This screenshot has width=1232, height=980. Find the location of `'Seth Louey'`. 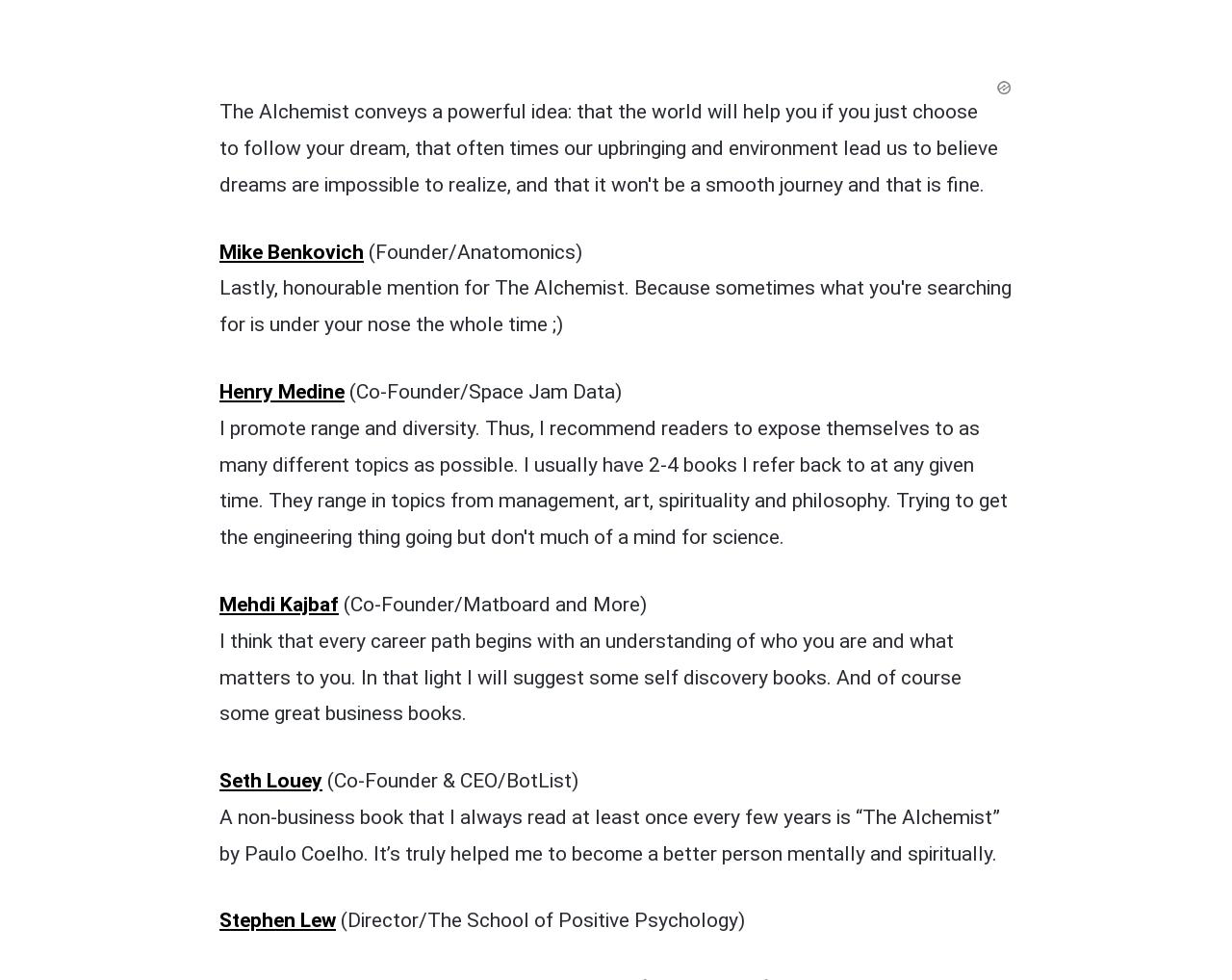

'Seth Louey' is located at coordinates (218, 381).